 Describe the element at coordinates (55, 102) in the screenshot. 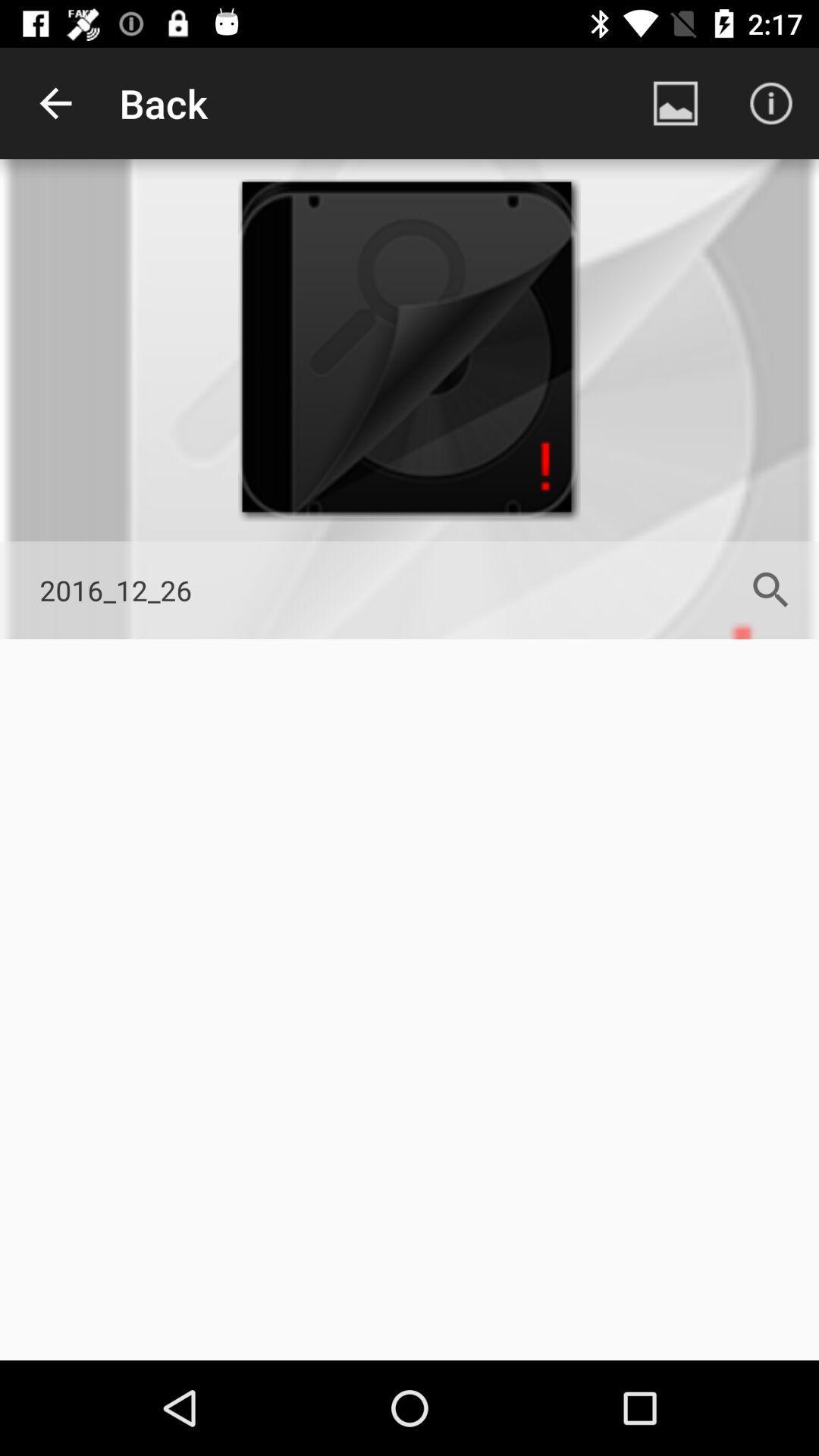

I see `the app to the left of back app` at that location.